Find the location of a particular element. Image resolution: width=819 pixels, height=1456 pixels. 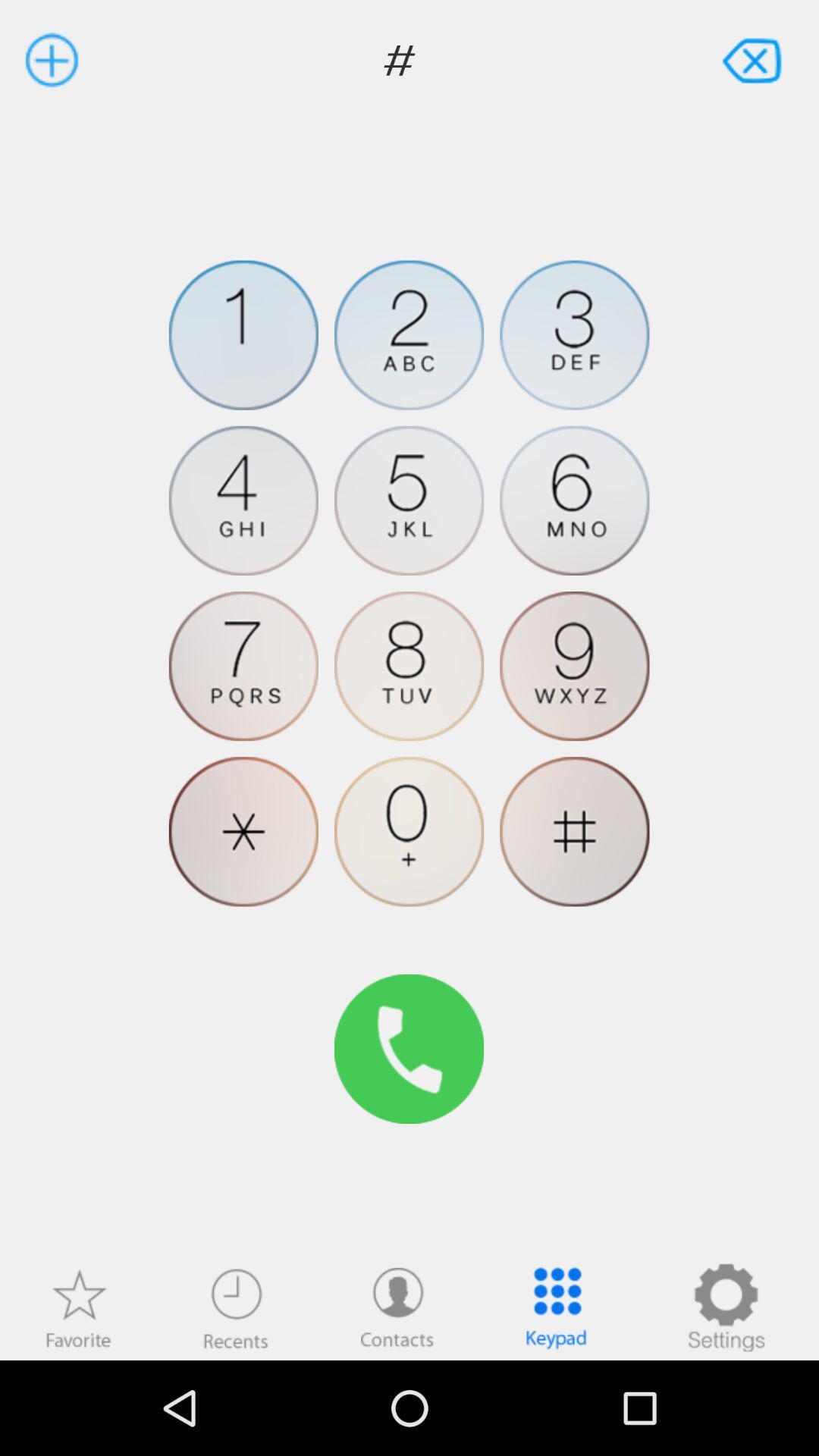

seven is located at coordinates (243, 666).